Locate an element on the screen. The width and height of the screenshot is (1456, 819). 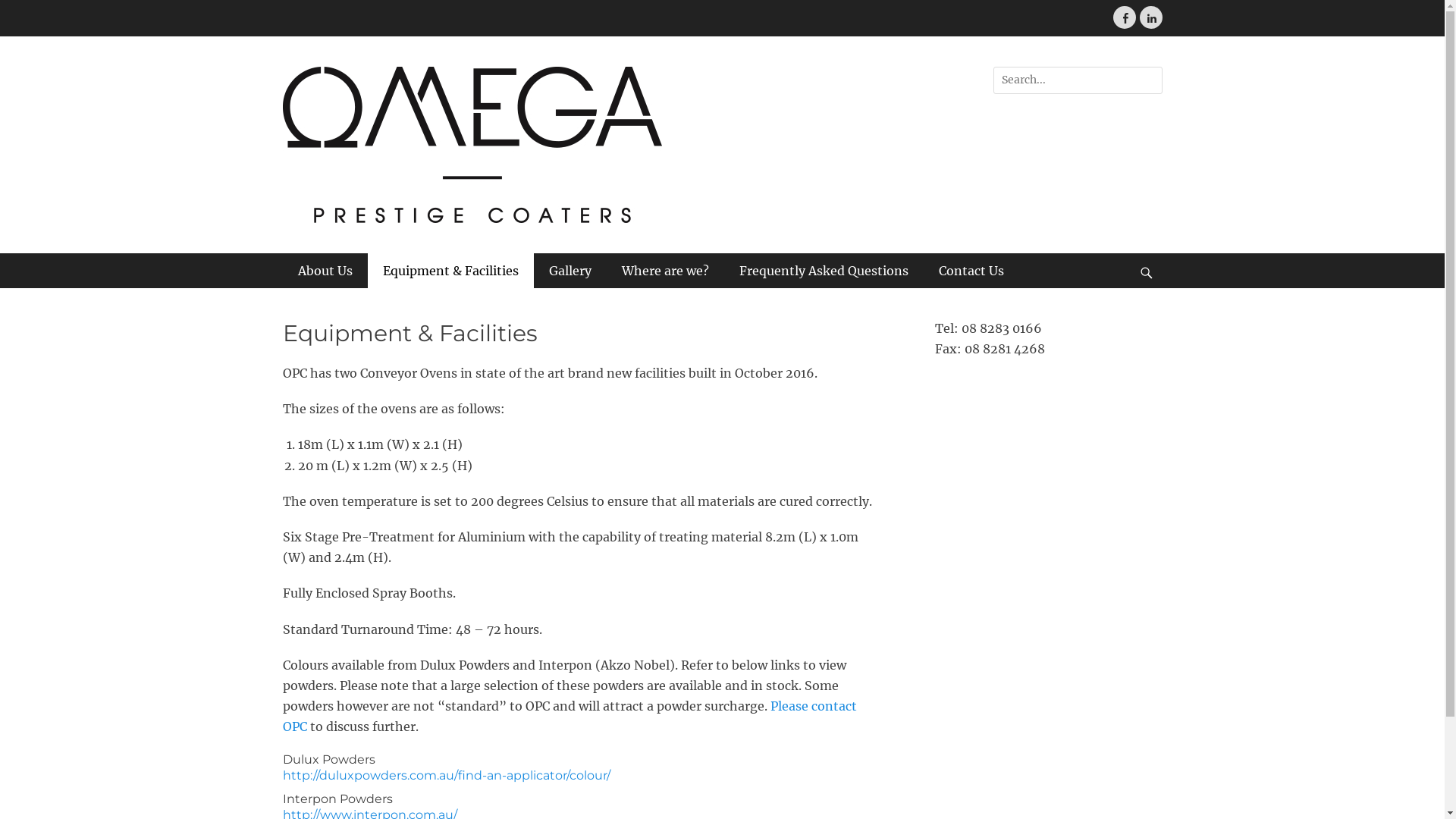
'Where are we?' is located at coordinates (665, 270).